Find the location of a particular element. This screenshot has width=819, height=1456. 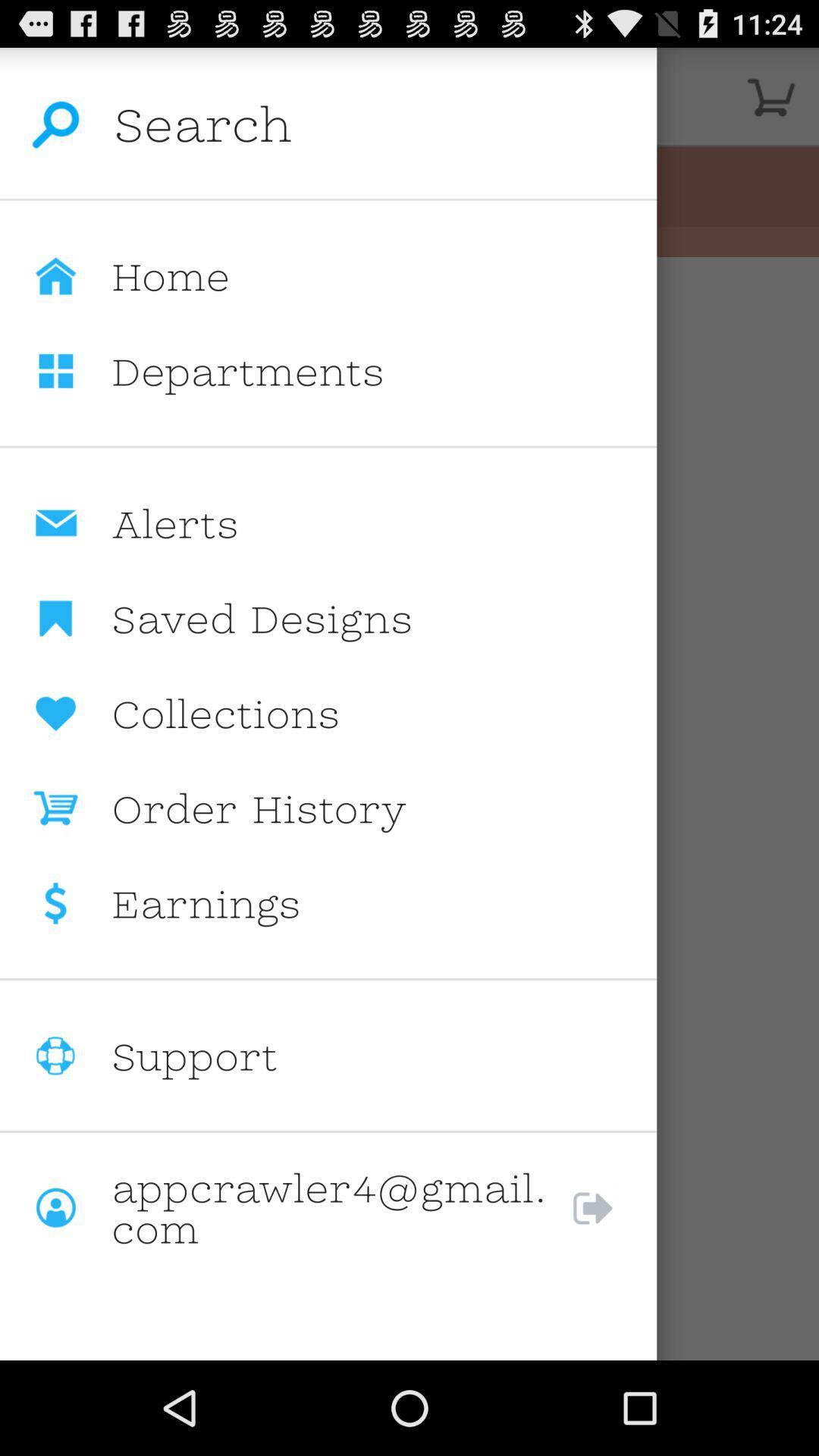

the search icon is located at coordinates (42, 103).